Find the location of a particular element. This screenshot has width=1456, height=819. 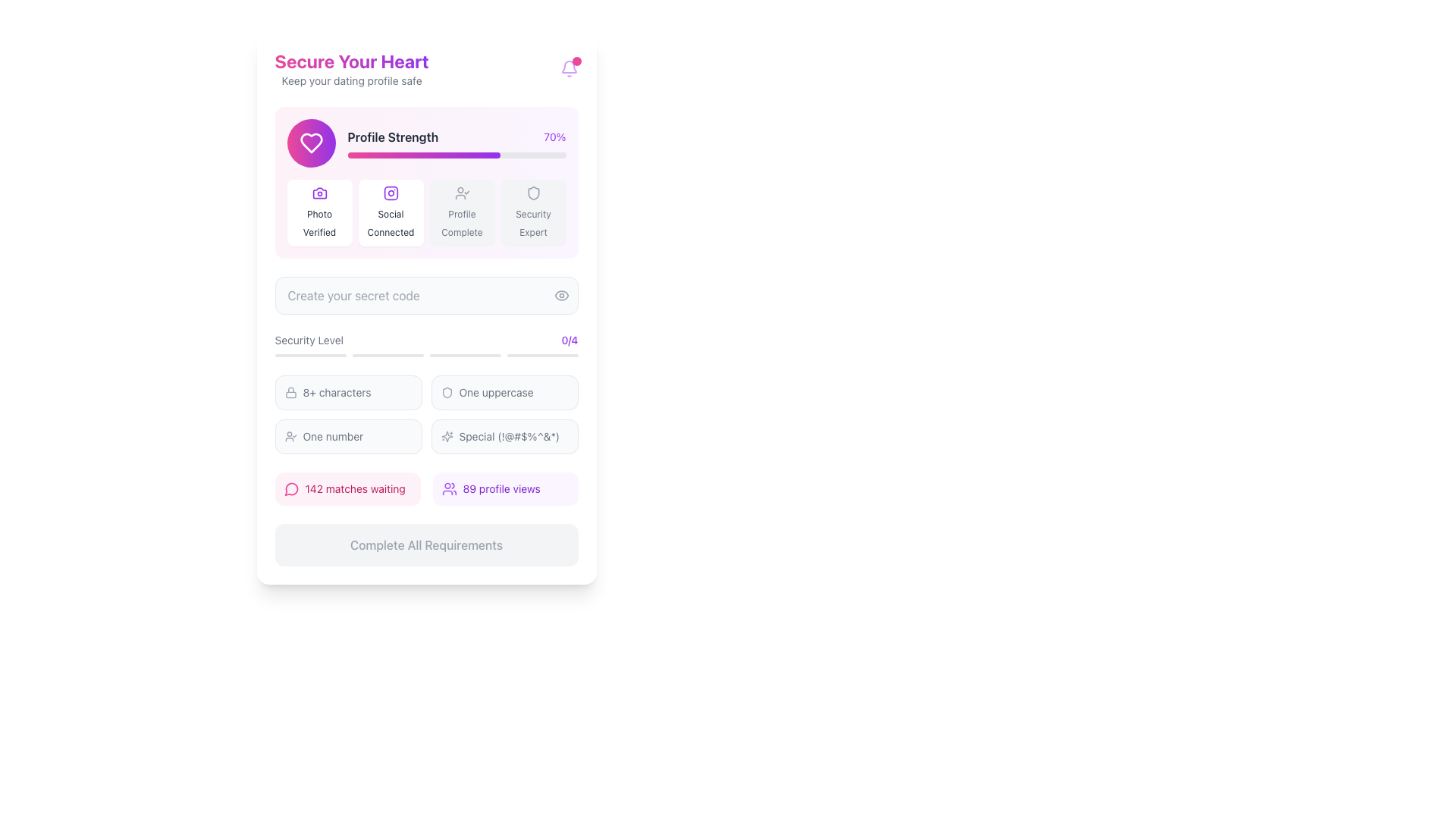

the informational box containing the text 'Special (!@#$%^&*)' with a light gray border and a sparkle icon, located in the lower-right corner of the grid under the 'Security Level' label is located at coordinates (504, 436).